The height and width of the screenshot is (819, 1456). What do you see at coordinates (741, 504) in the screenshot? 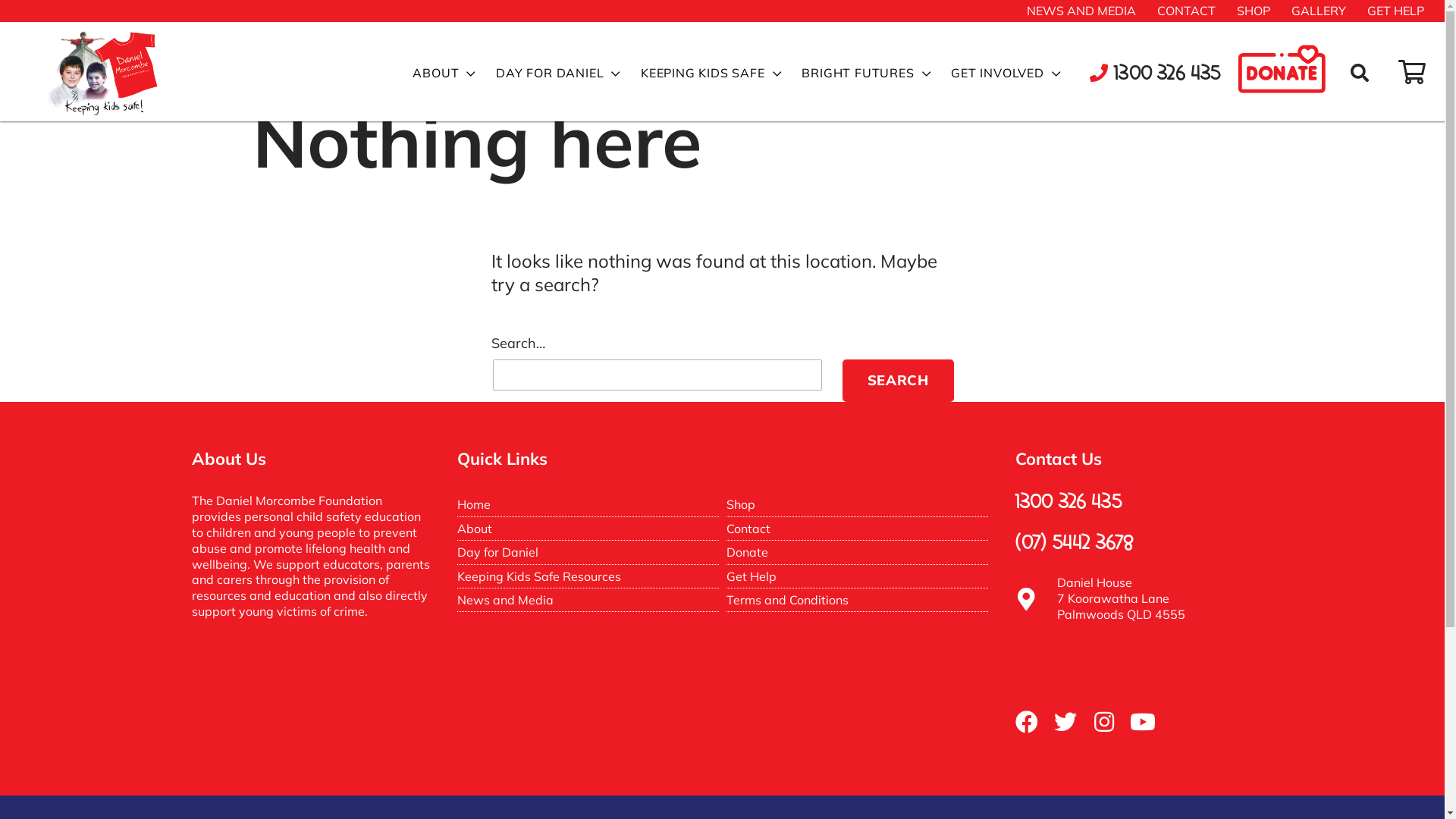
I see `'Shop'` at bounding box center [741, 504].